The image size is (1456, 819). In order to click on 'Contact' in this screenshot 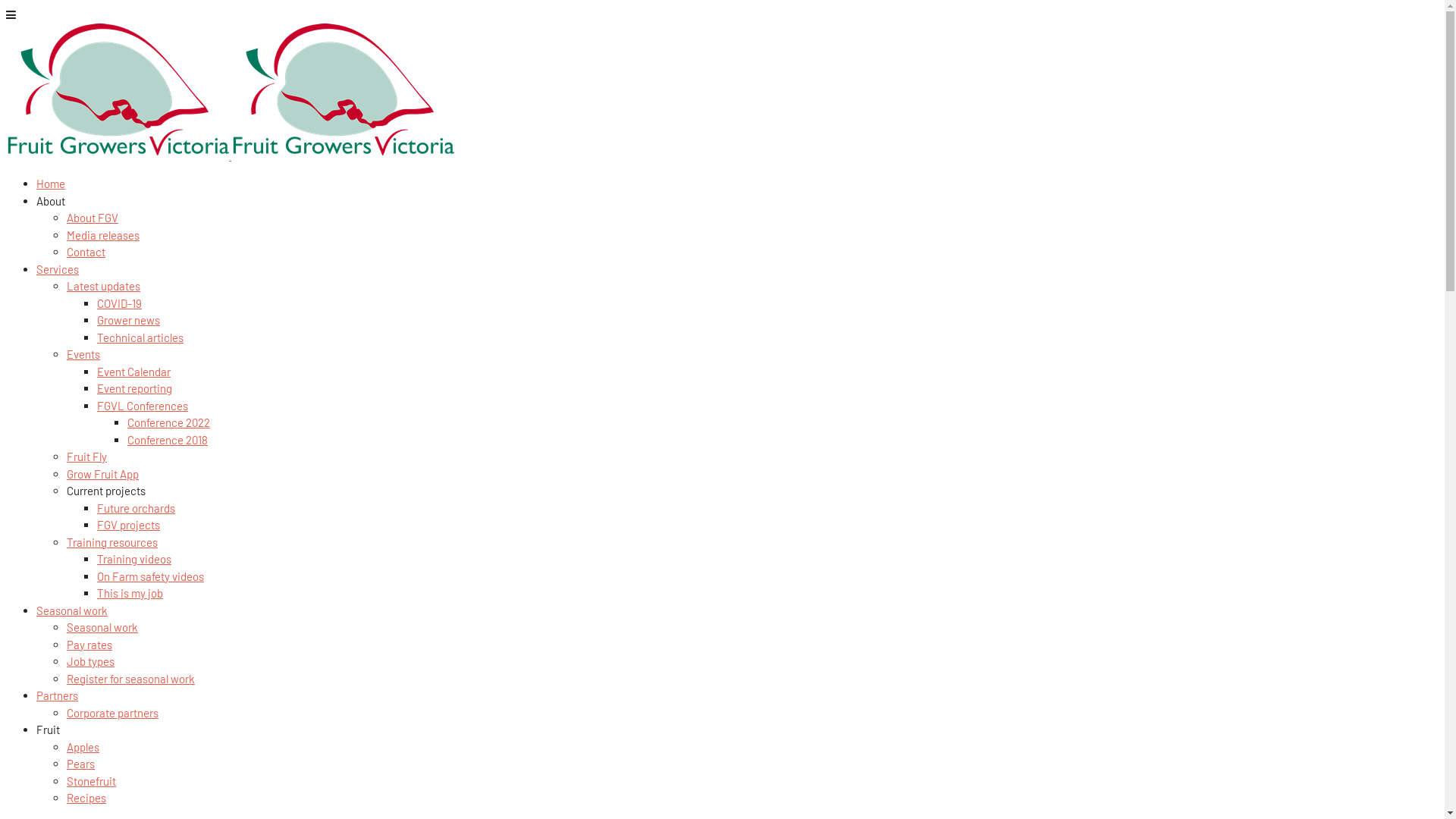, I will do `click(85, 250)`.